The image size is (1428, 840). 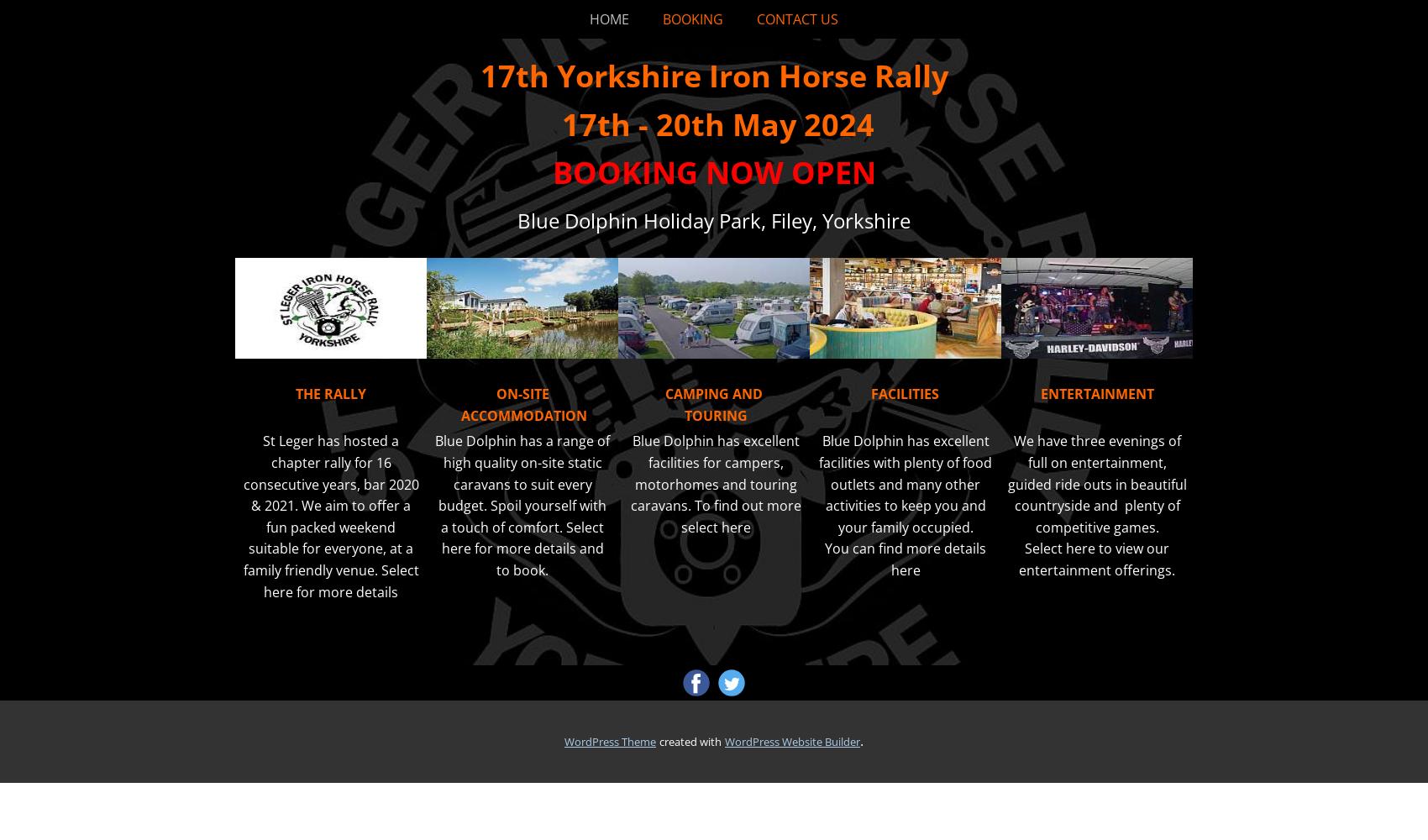 I want to click on 'ON-SITE', so click(x=495, y=393).